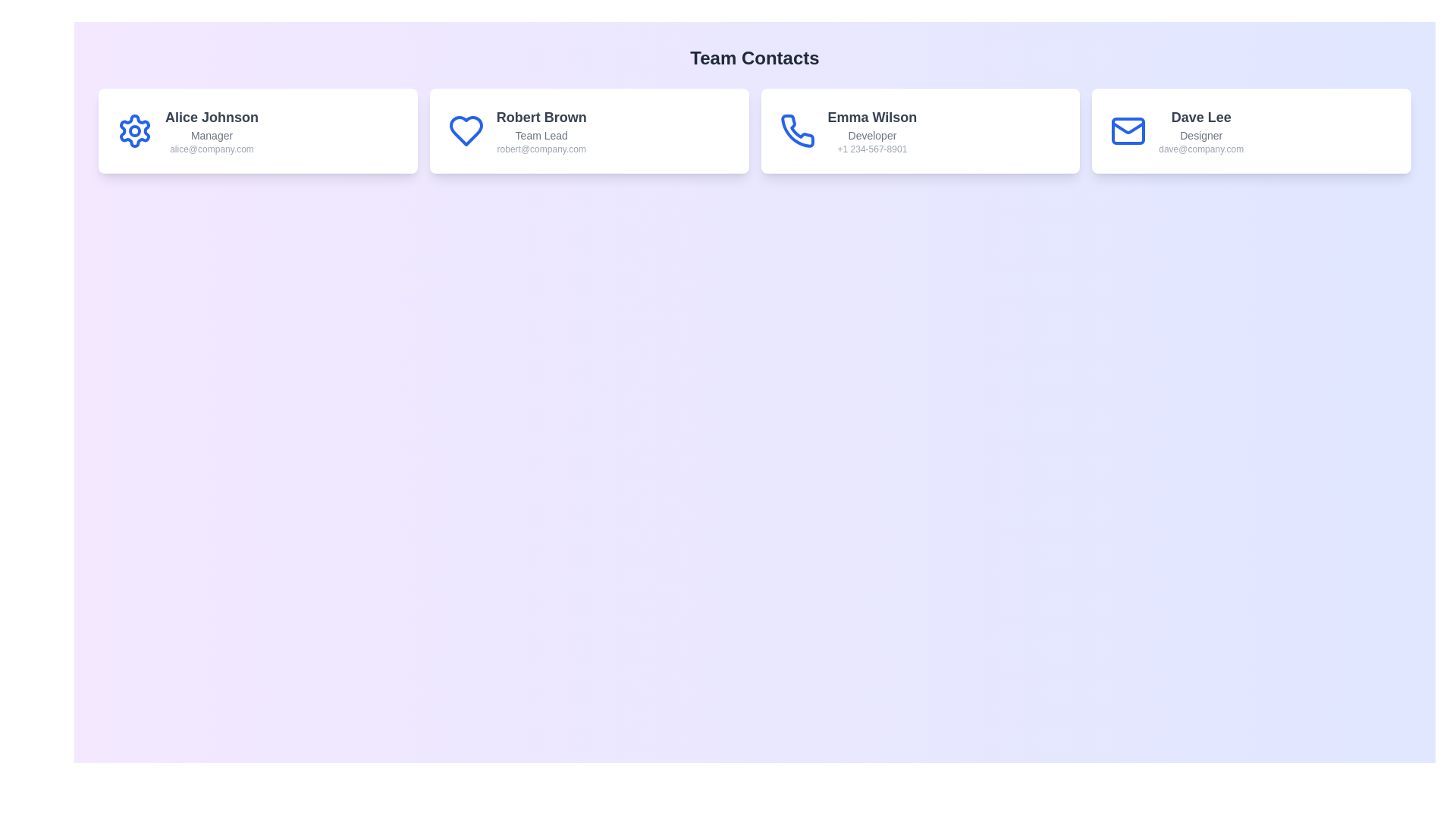  What do you see at coordinates (541, 130) in the screenshot?
I see `the text block displaying personal information for 'Robert Brown', which includes his name, role, and email address, located inside the second white card in the 'Team Contacts' section` at bounding box center [541, 130].